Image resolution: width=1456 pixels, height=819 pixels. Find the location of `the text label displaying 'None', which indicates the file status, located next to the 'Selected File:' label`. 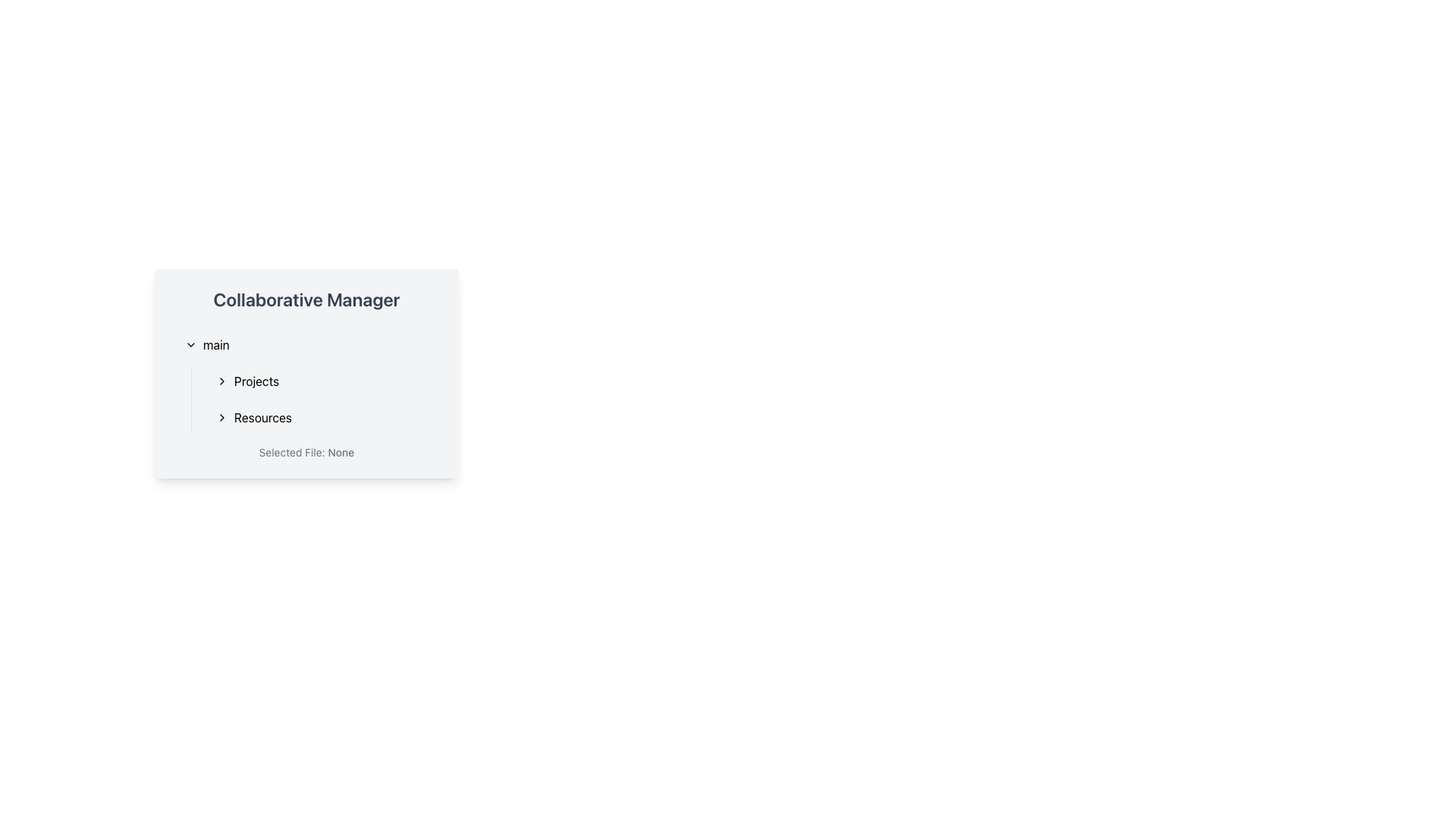

the text label displaying 'None', which indicates the file status, located next to the 'Selected File:' label is located at coordinates (340, 451).